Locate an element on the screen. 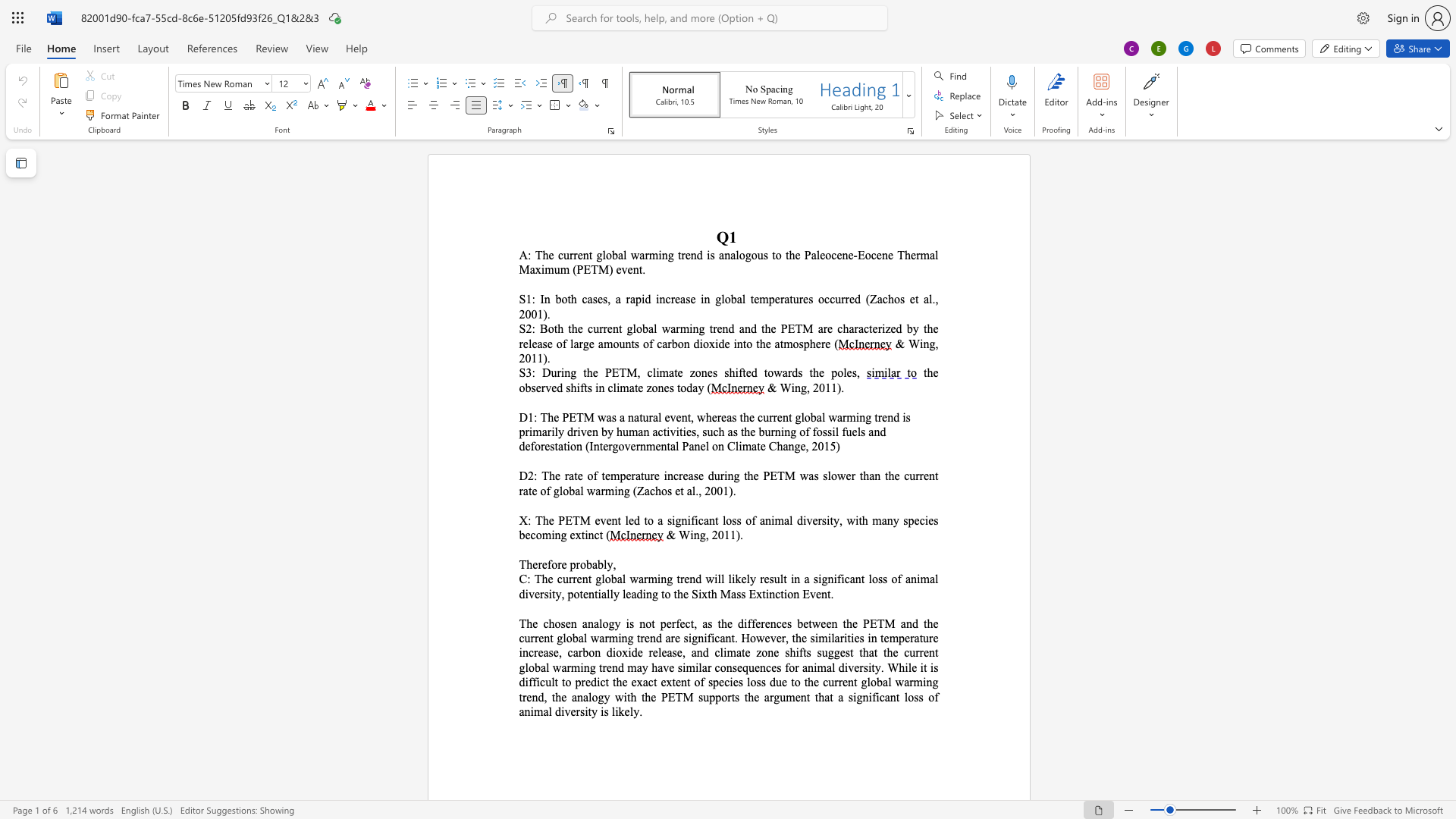  the 1th character "T" in the text is located at coordinates (623, 372).